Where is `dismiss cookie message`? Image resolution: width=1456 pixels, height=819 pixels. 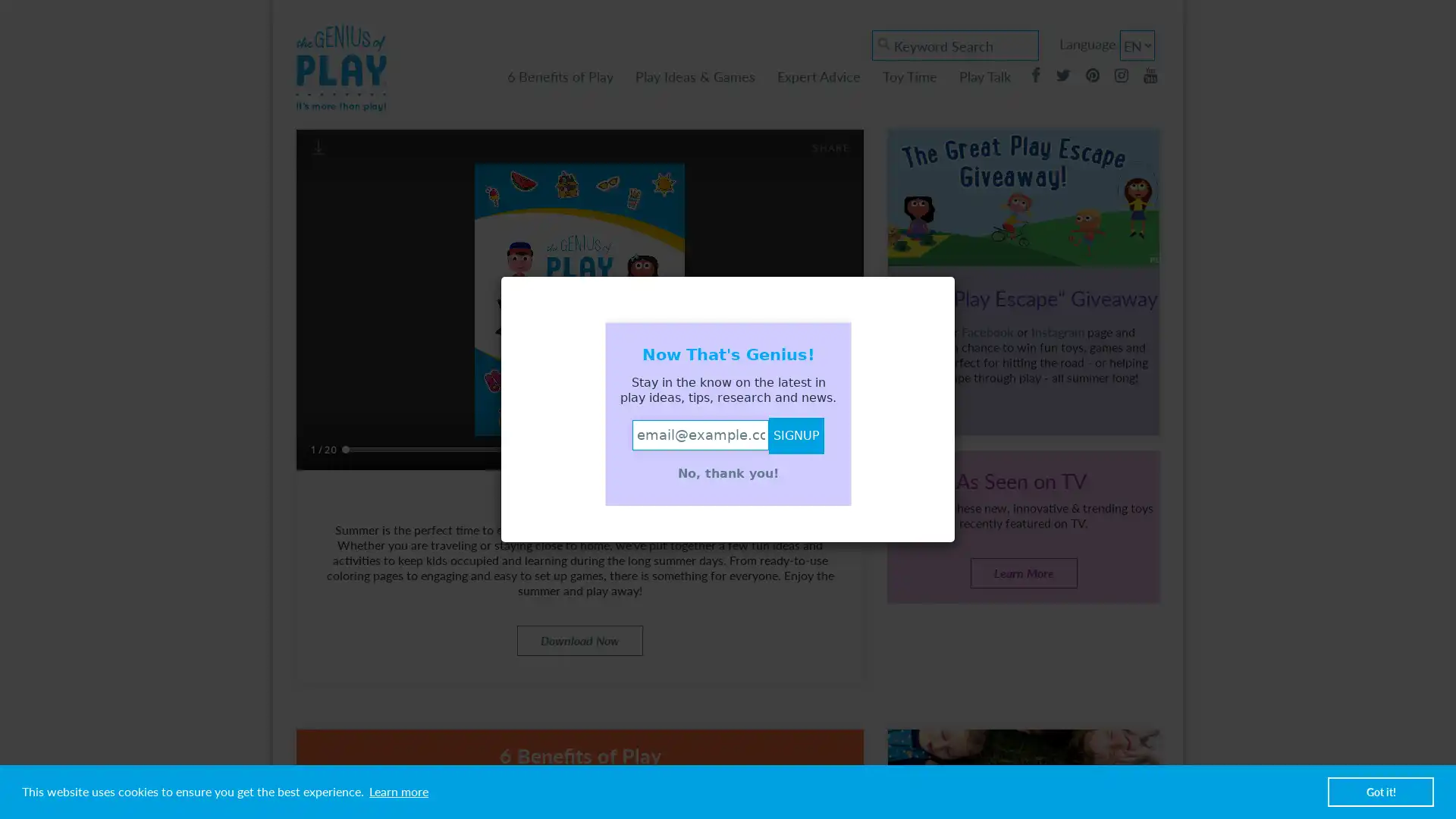
dismiss cookie message is located at coordinates (1380, 791).